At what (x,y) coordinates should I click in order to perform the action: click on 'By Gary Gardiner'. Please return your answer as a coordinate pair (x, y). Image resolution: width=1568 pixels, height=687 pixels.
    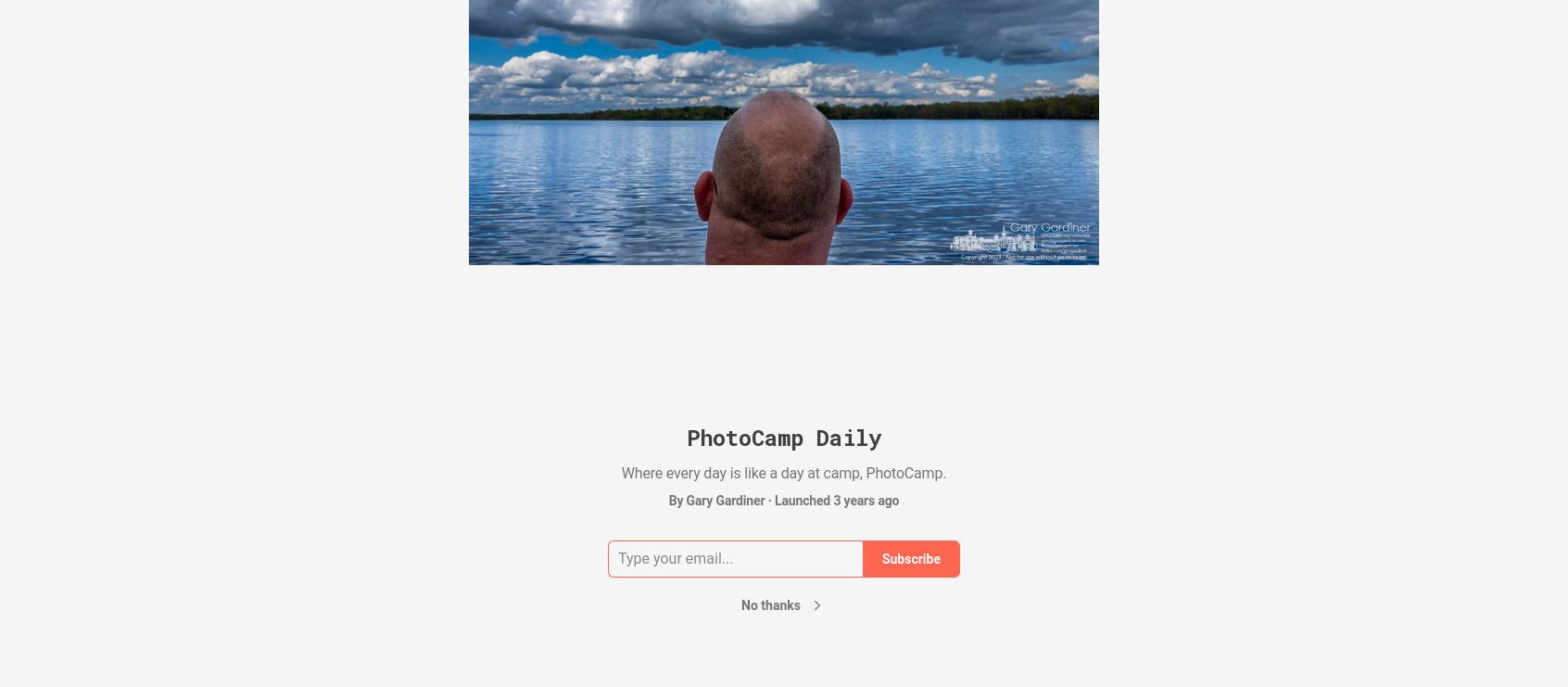
    Looking at the image, I should click on (715, 499).